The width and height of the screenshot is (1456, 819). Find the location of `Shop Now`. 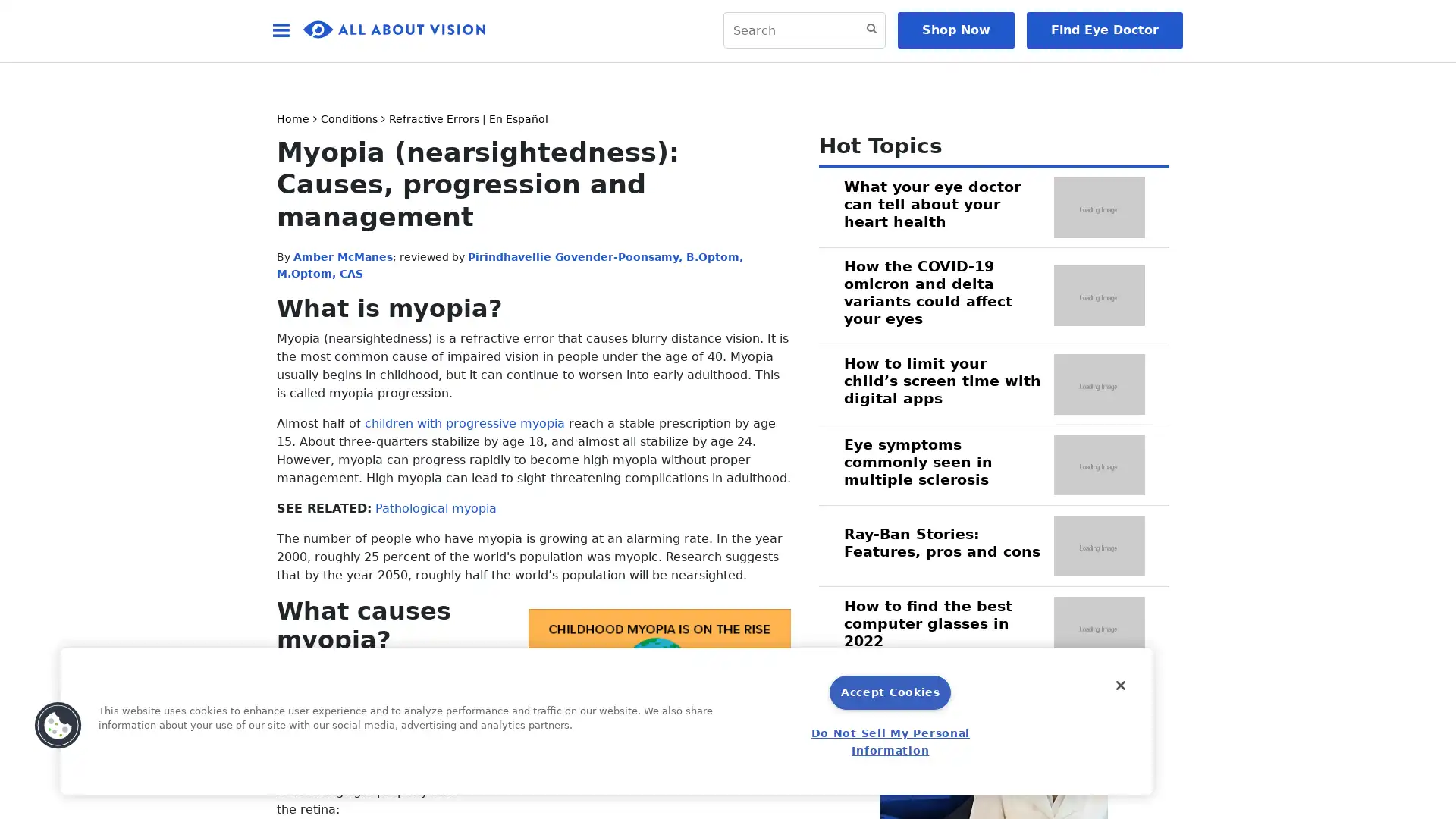

Shop Now is located at coordinates (955, 30).